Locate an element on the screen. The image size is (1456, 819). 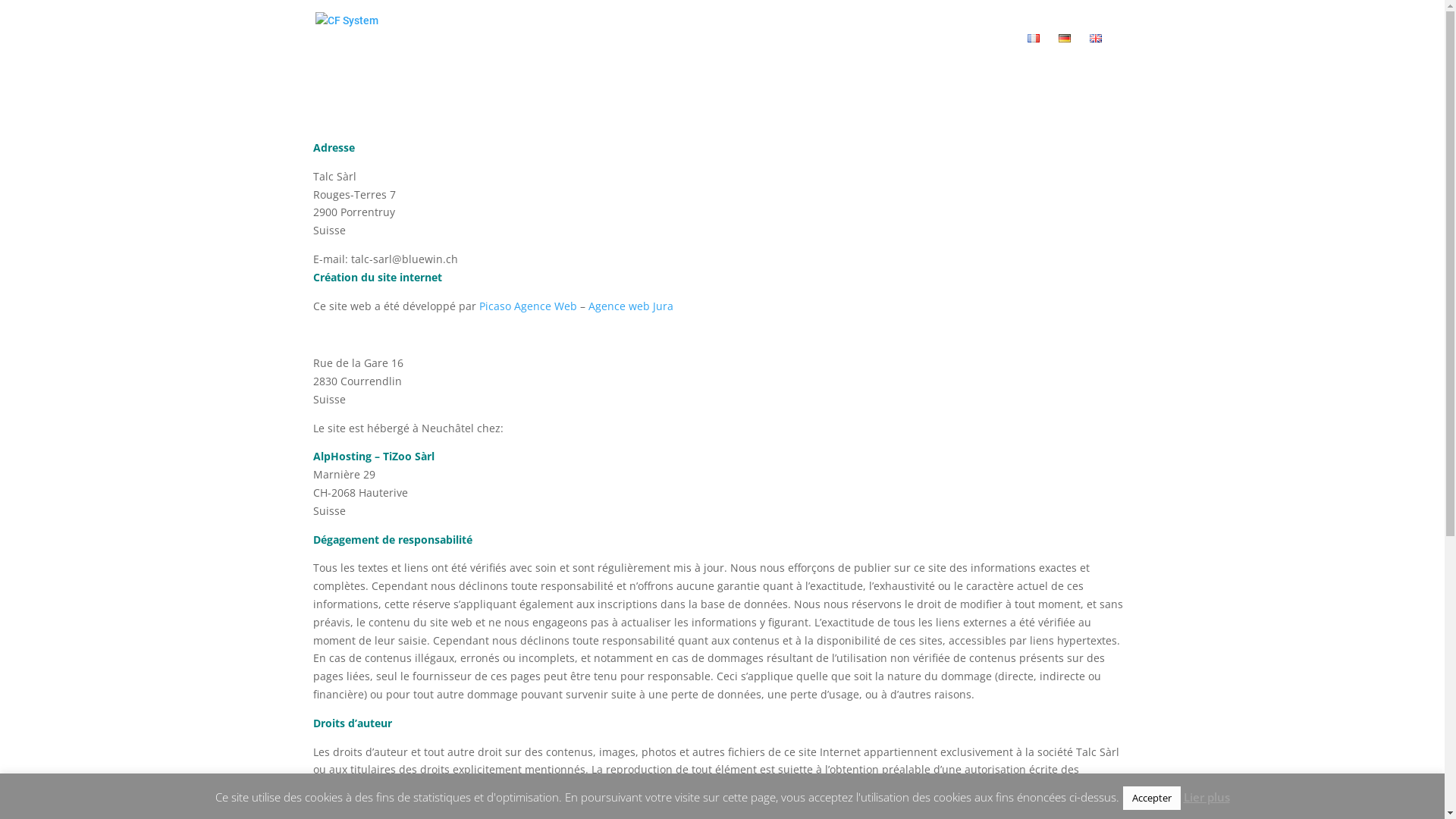
'Lier plus' is located at coordinates (1182, 797).